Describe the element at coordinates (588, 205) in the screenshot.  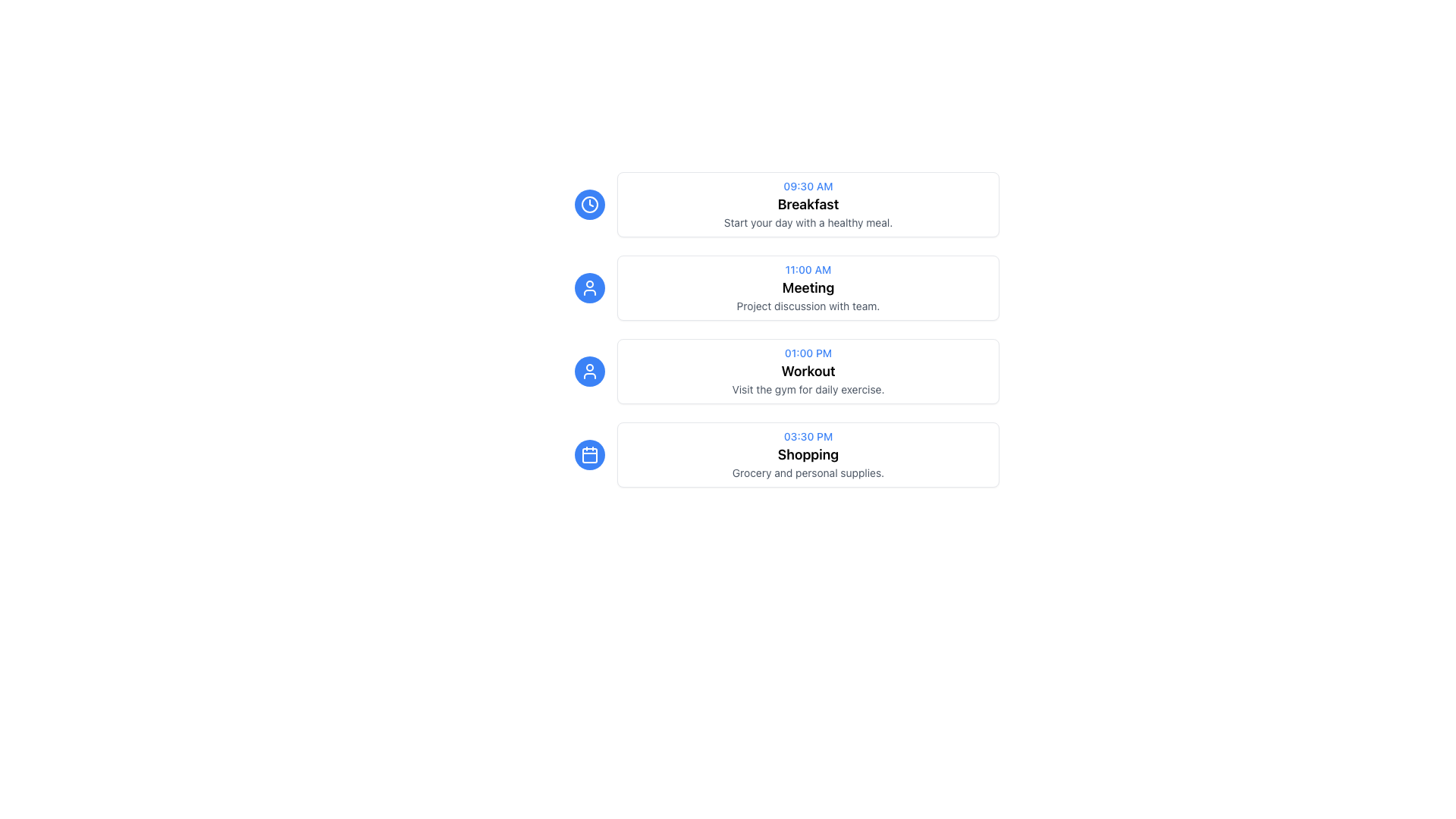
I see `the blue circular clock icon, which is the first icon on the left in a vertical series of icons representing scheduling events` at that location.